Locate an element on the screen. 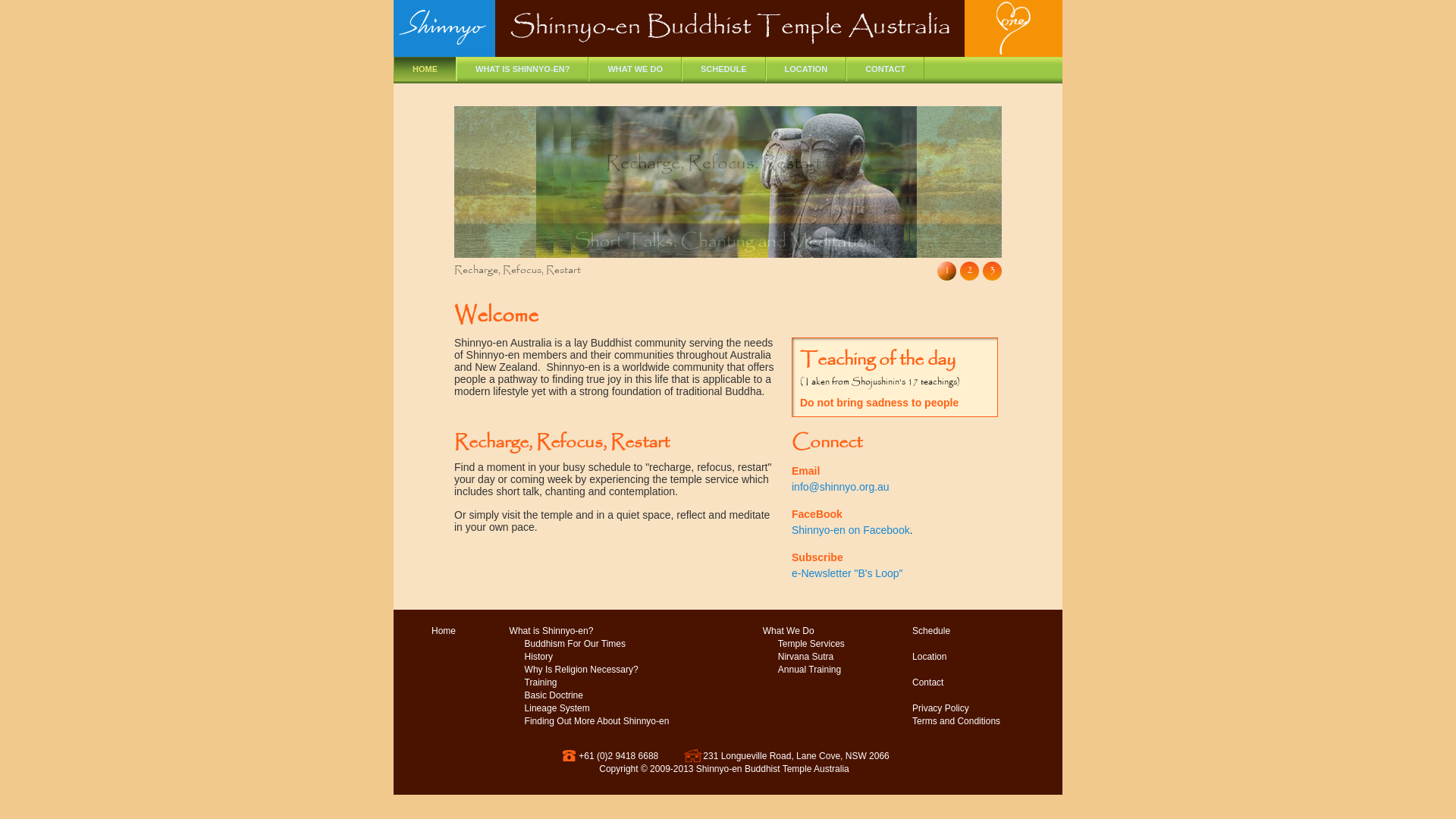  'Shinnyo-en on Facebook' is located at coordinates (851, 529).